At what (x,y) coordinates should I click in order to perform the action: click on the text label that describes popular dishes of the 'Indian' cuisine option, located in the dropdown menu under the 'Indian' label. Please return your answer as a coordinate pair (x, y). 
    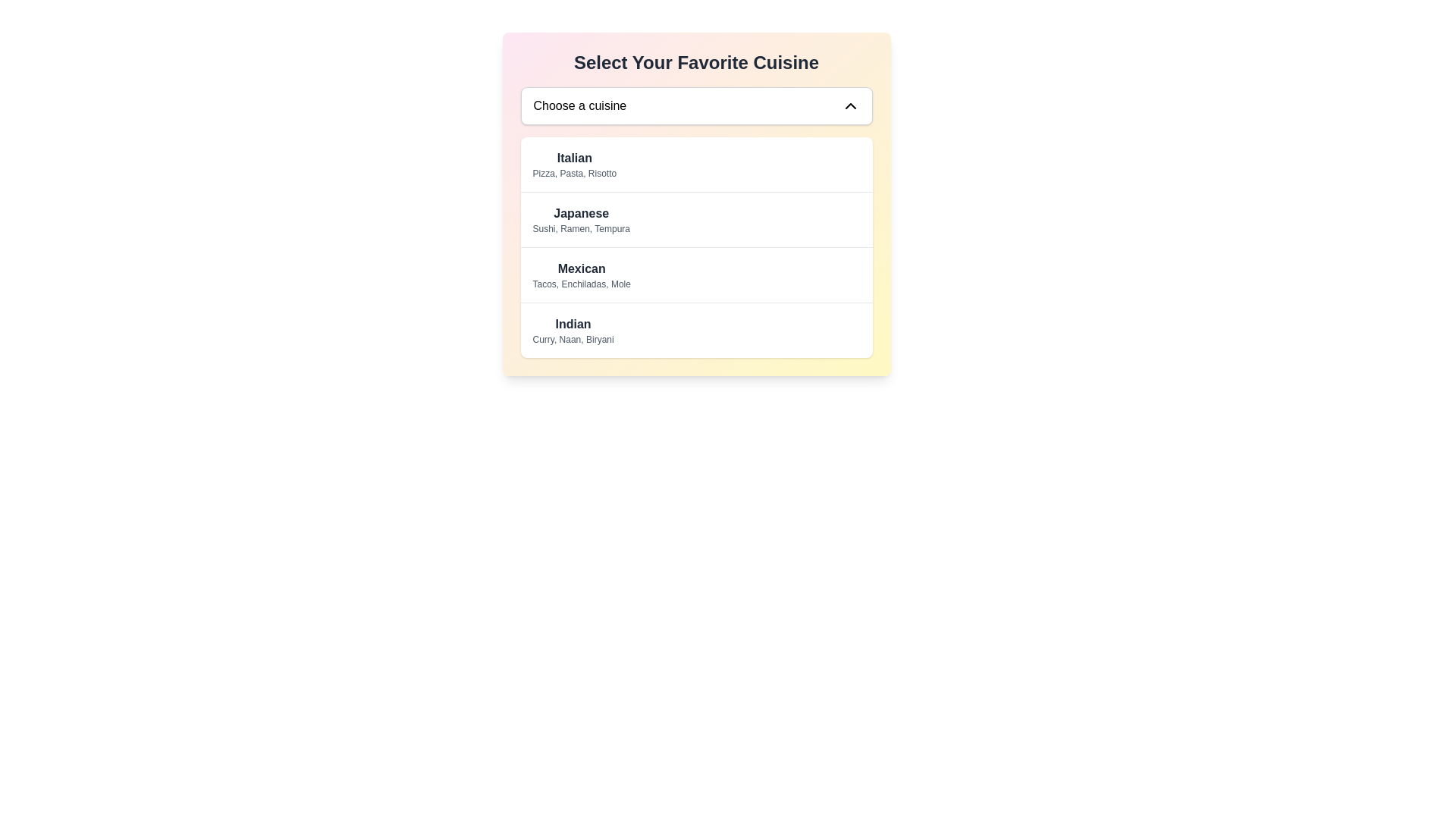
    Looking at the image, I should click on (573, 338).